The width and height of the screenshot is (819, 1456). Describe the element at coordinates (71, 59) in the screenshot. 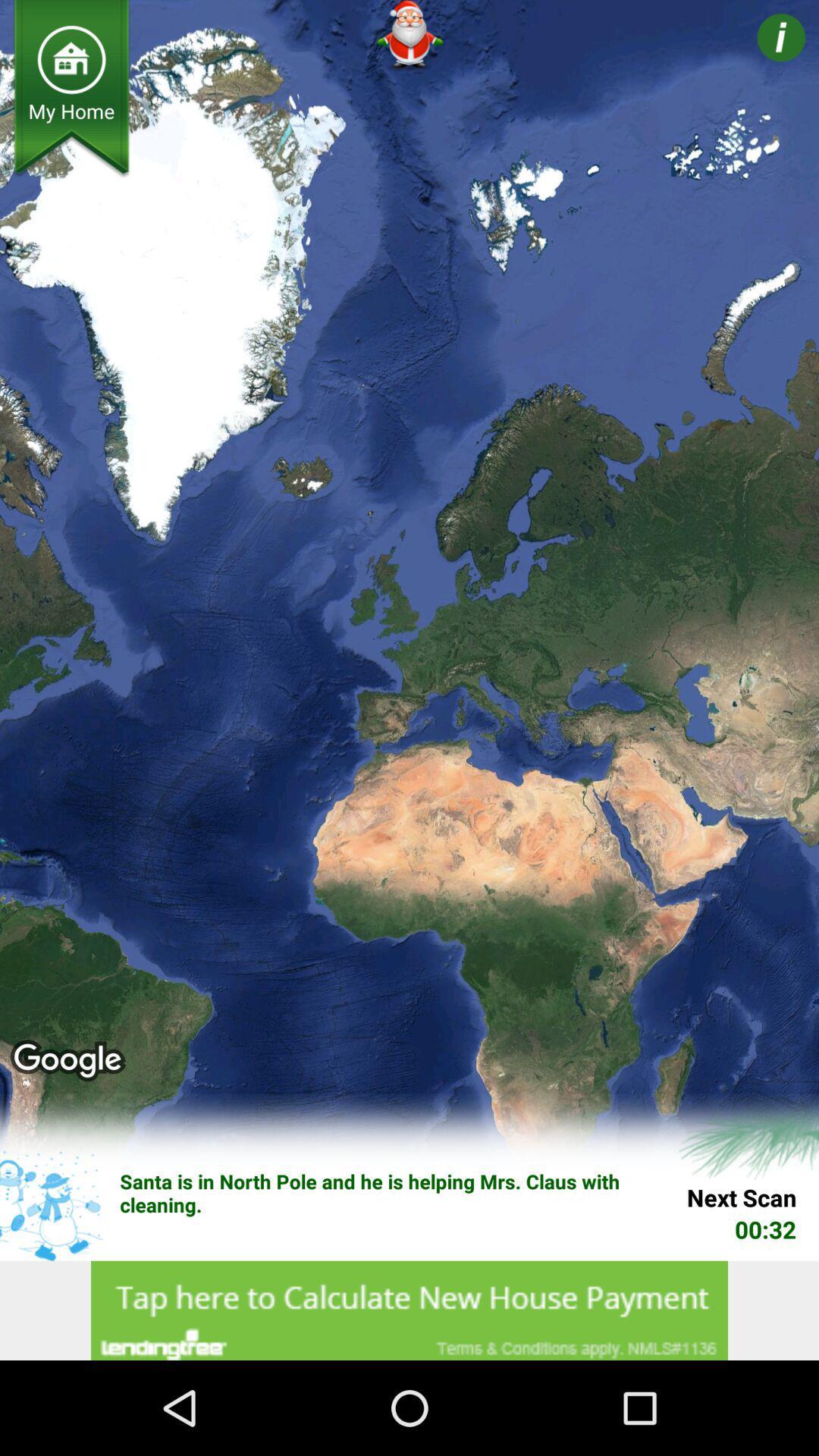

I see `click home icon` at that location.